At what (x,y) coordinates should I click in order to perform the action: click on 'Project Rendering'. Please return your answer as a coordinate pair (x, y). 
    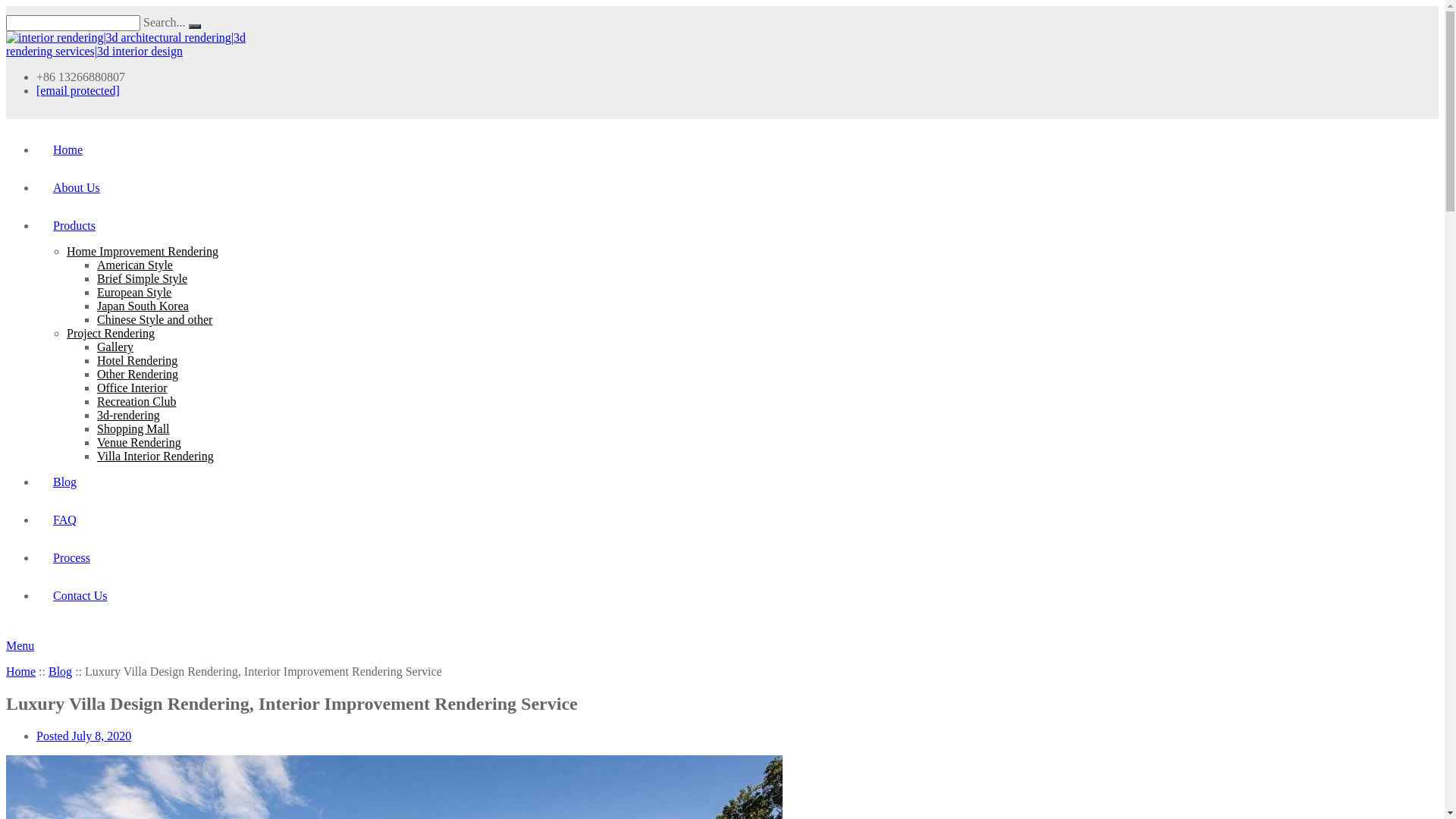
    Looking at the image, I should click on (65, 332).